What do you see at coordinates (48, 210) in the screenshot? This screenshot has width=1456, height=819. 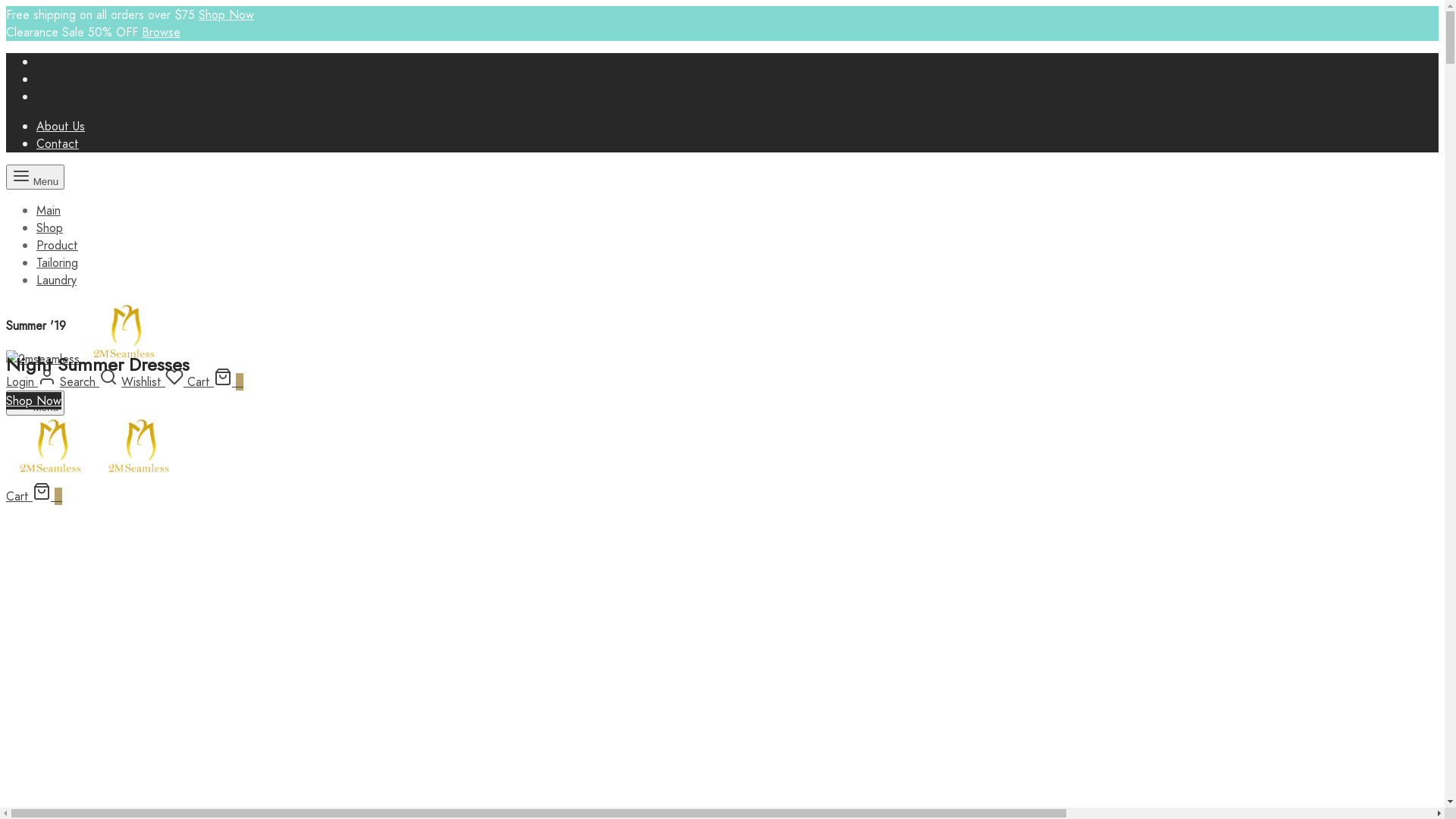 I see `'Main'` at bounding box center [48, 210].